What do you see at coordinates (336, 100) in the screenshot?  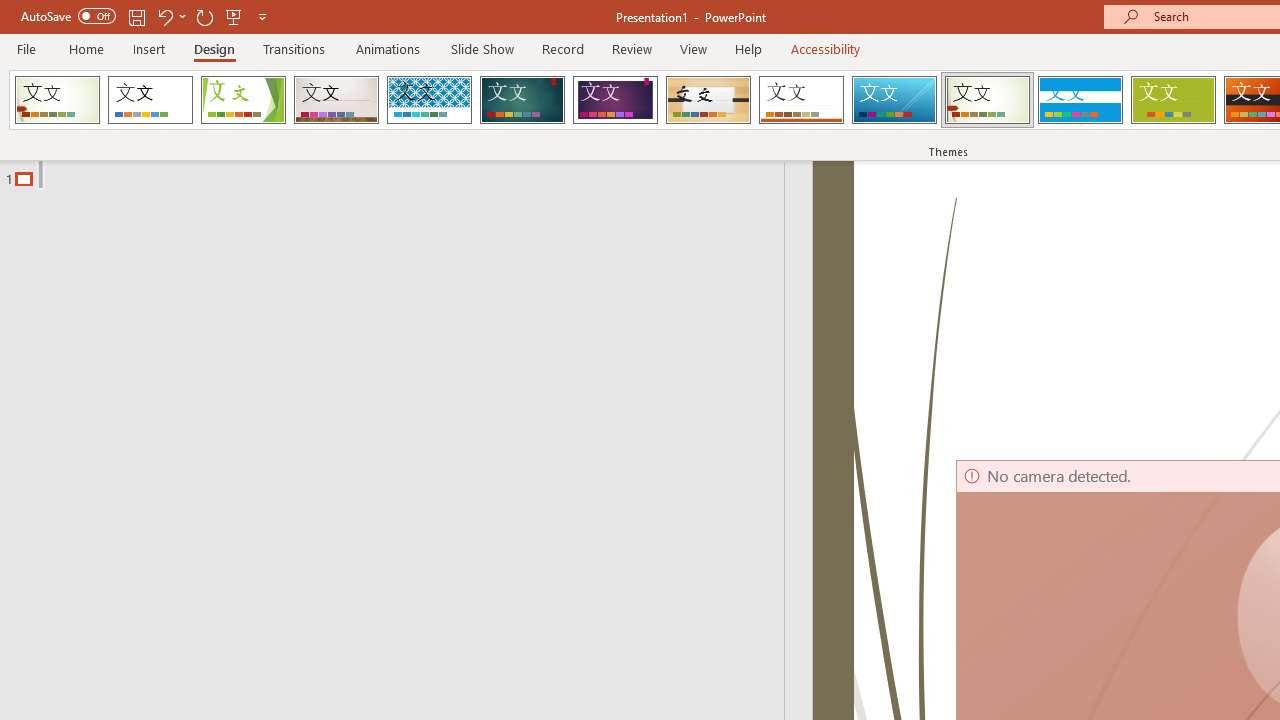 I see `'Gallery'` at bounding box center [336, 100].